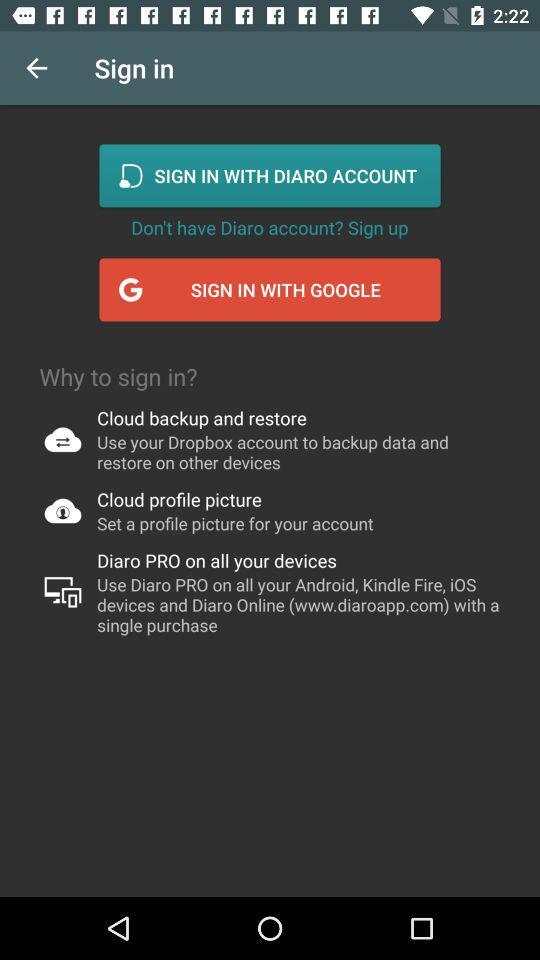  I want to click on the don t have, so click(269, 227).